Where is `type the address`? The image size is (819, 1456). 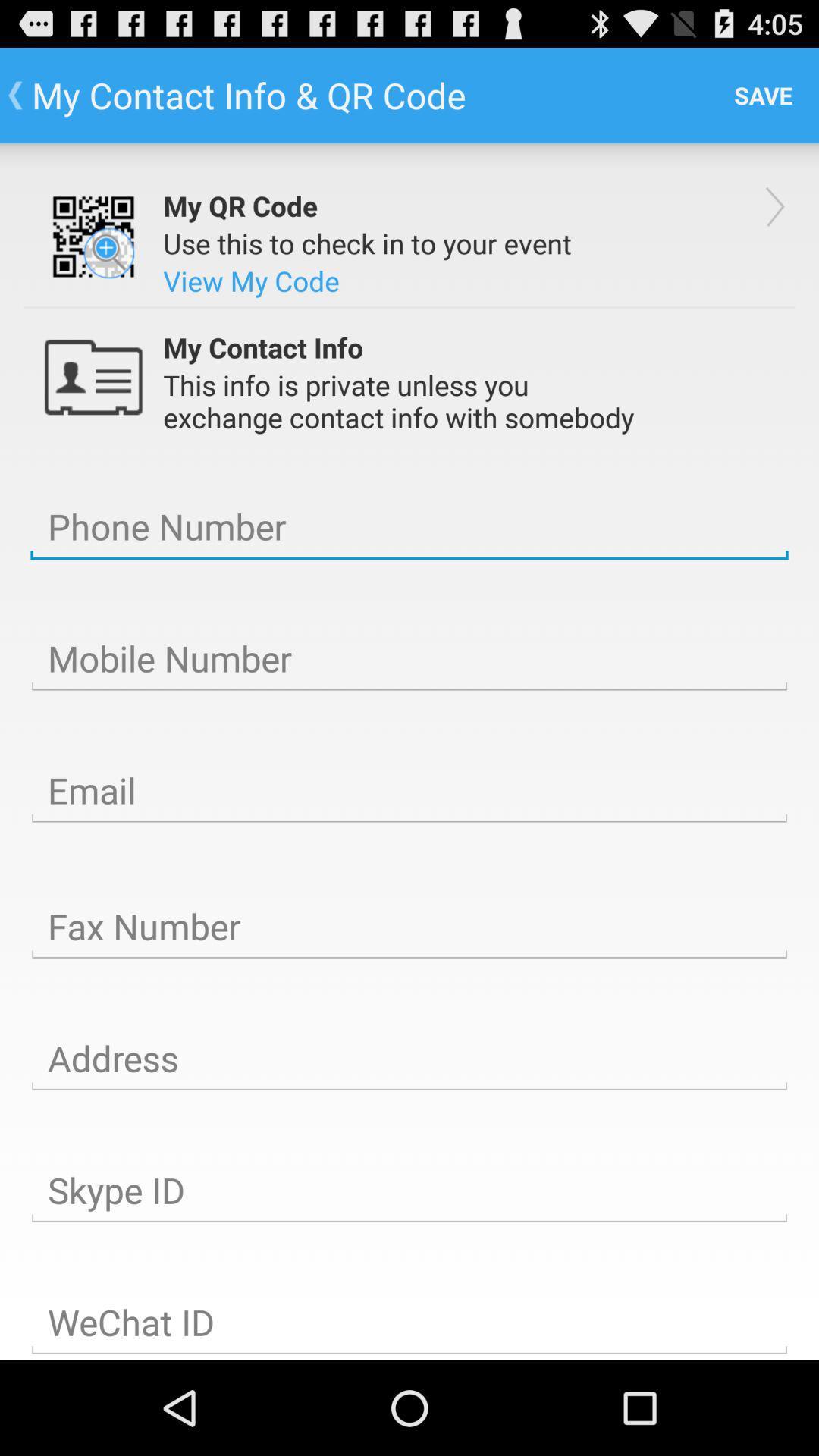
type the address is located at coordinates (409, 1058).